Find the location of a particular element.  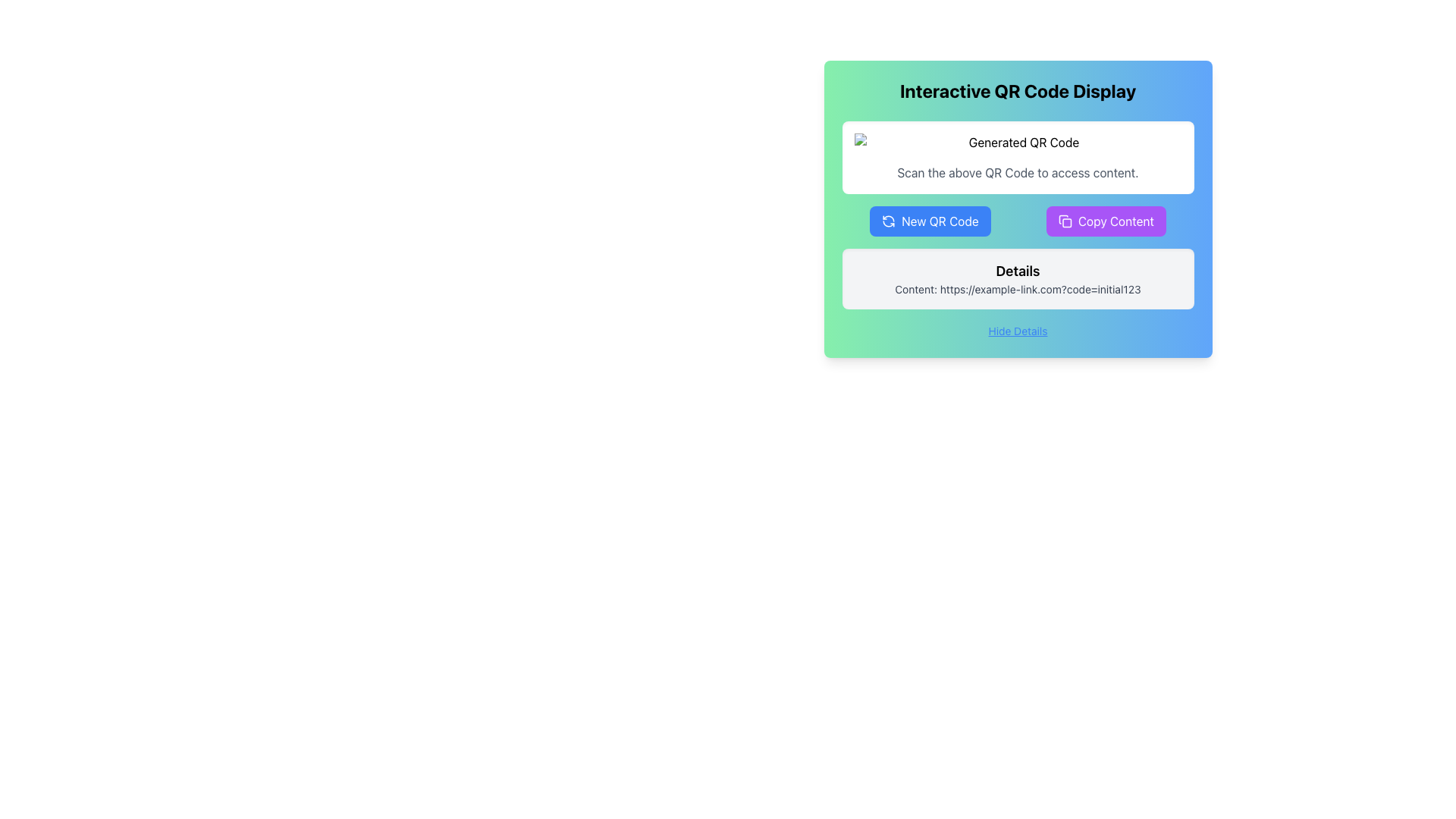

the graphical icon component representing a copy action, located at the top right of the 'Copy Content' button is located at coordinates (1066, 223).